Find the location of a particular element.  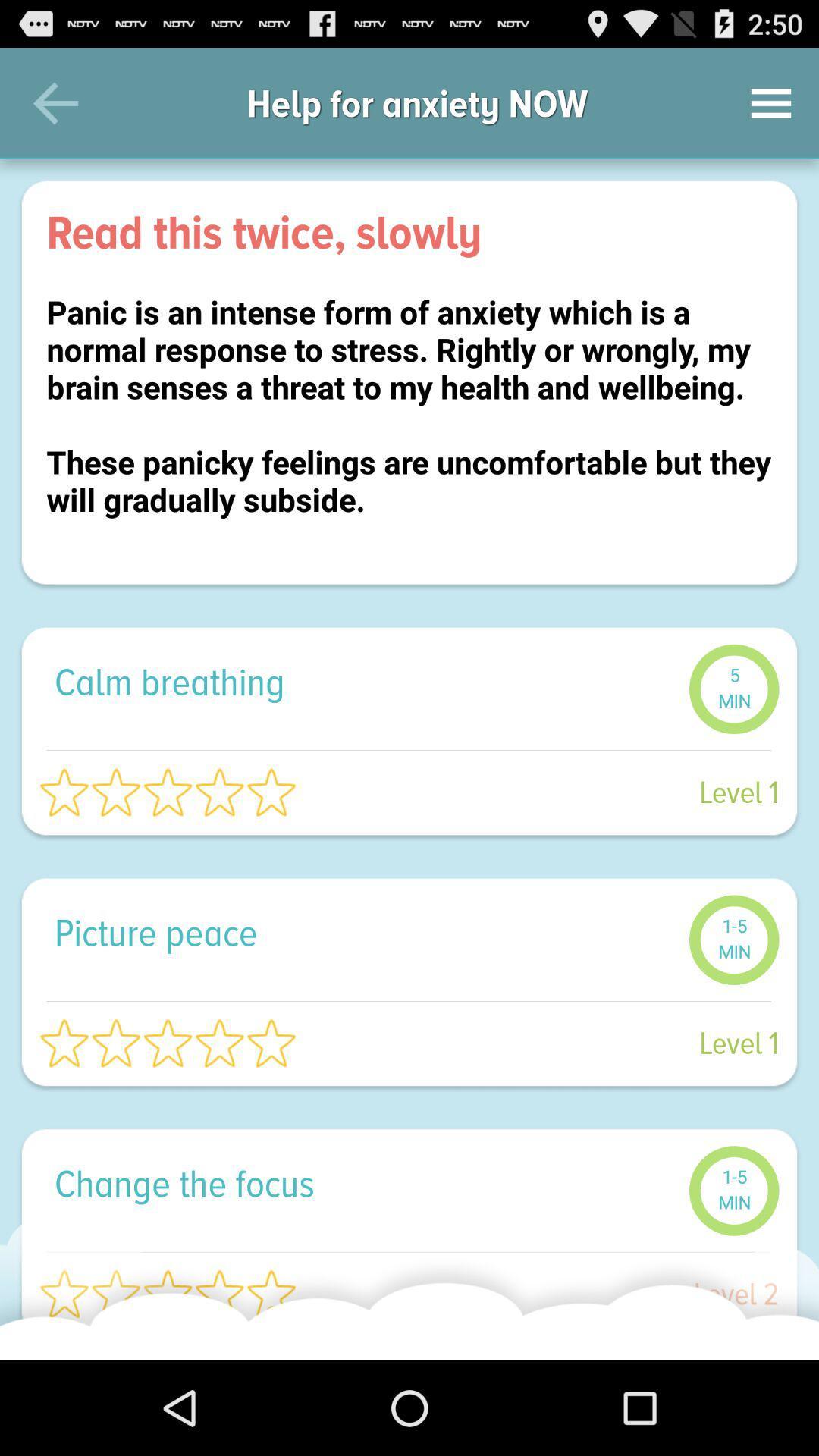

panic is an is located at coordinates (409, 425).